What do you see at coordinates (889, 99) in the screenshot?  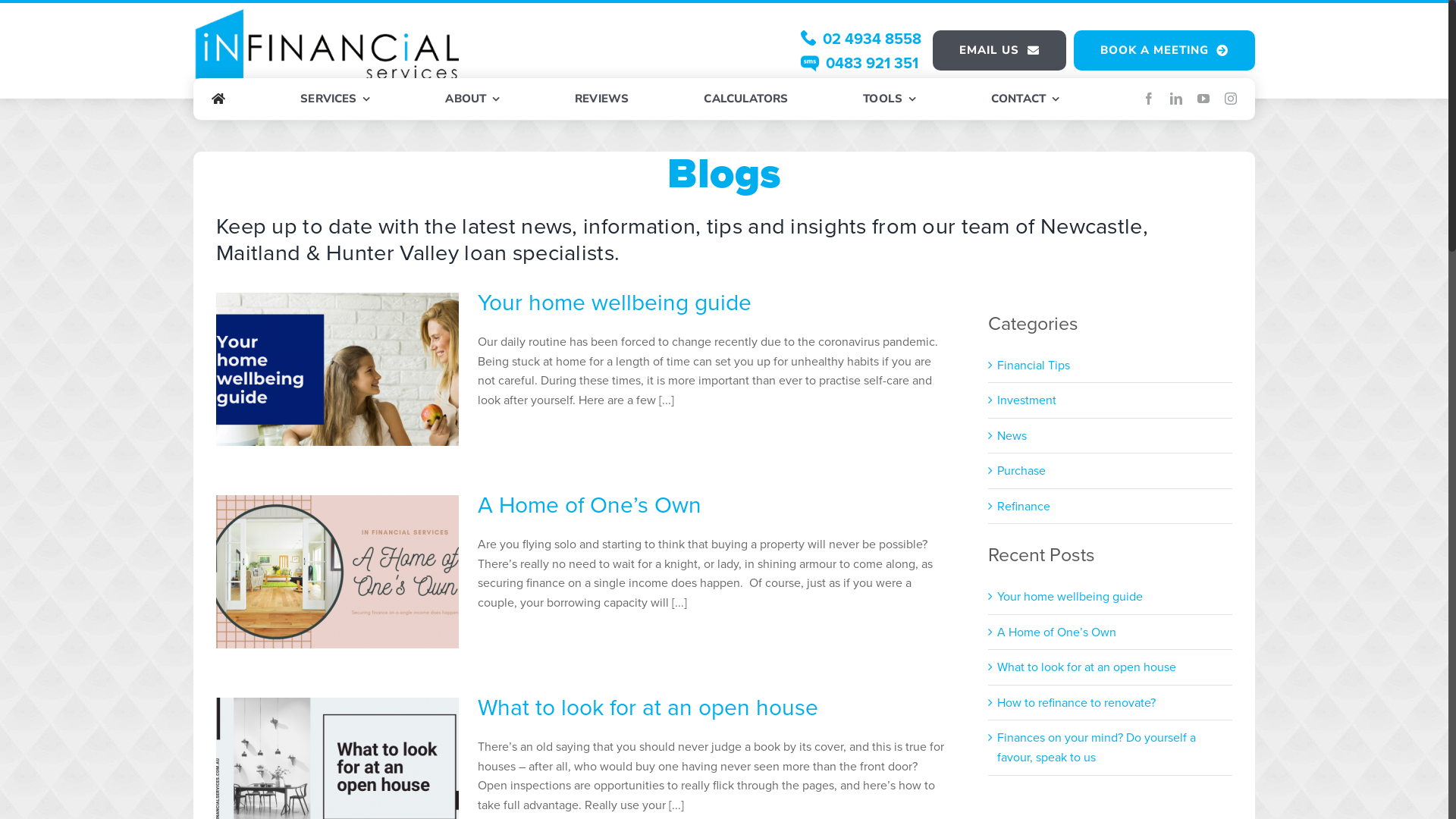 I see `'TOOLS'` at bounding box center [889, 99].